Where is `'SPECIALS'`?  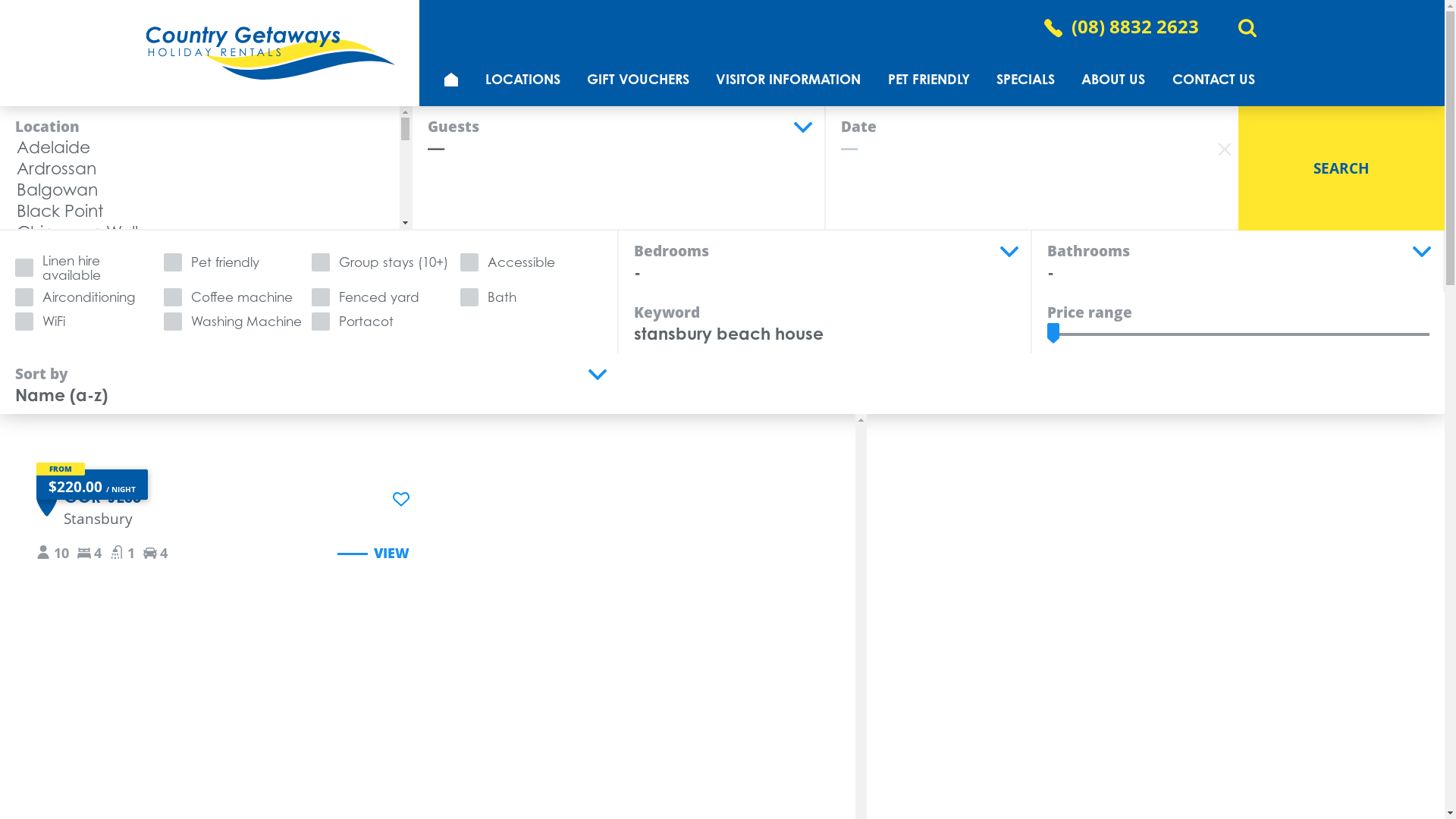 'SPECIALS' is located at coordinates (1025, 79).